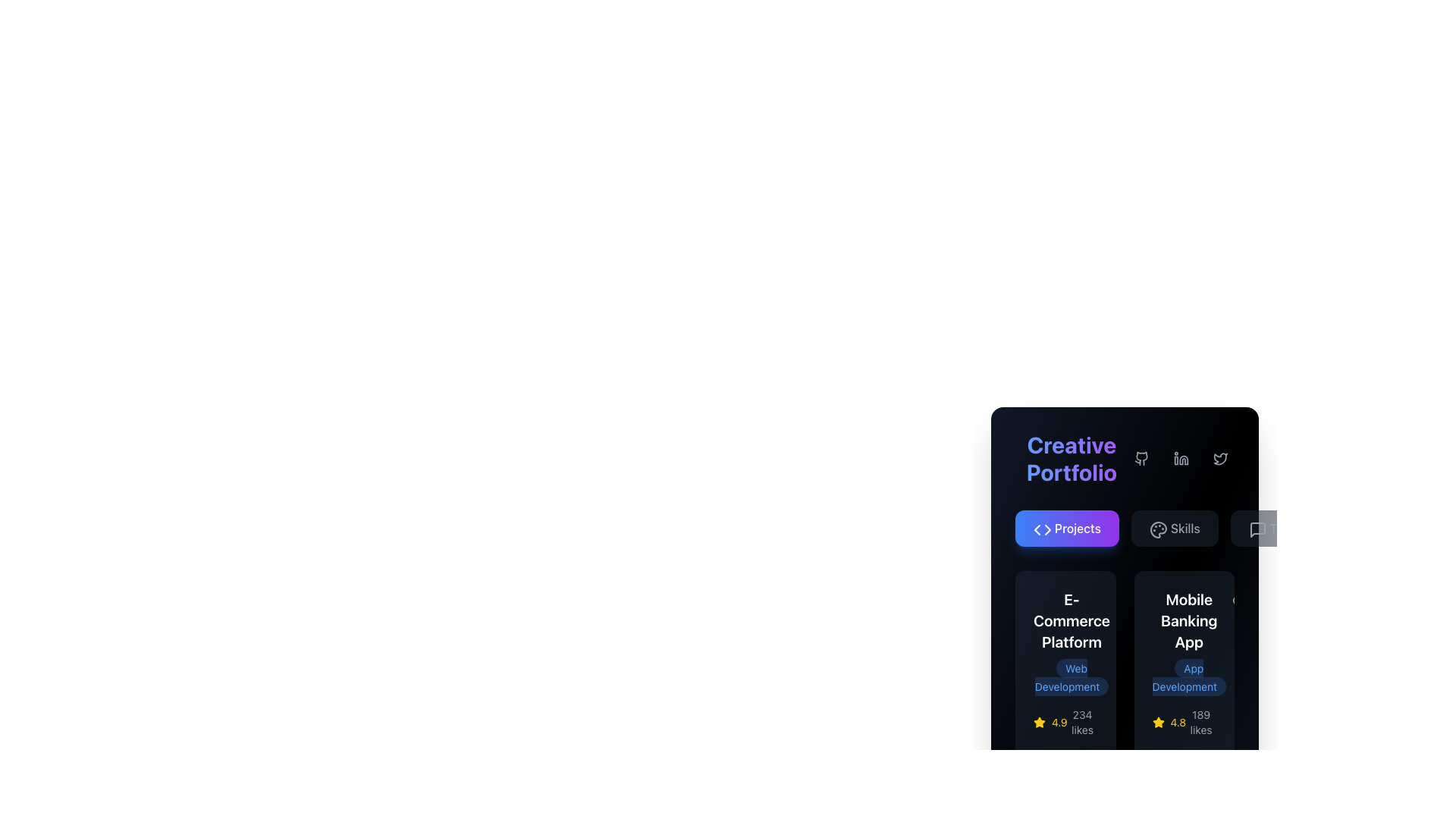  Describe the element at coordinates (1174, 528) in the screenshot. I see `the second button in the horizontal group, located below the 'Creative Portfolio' title, to activate the hover effect` at that location.